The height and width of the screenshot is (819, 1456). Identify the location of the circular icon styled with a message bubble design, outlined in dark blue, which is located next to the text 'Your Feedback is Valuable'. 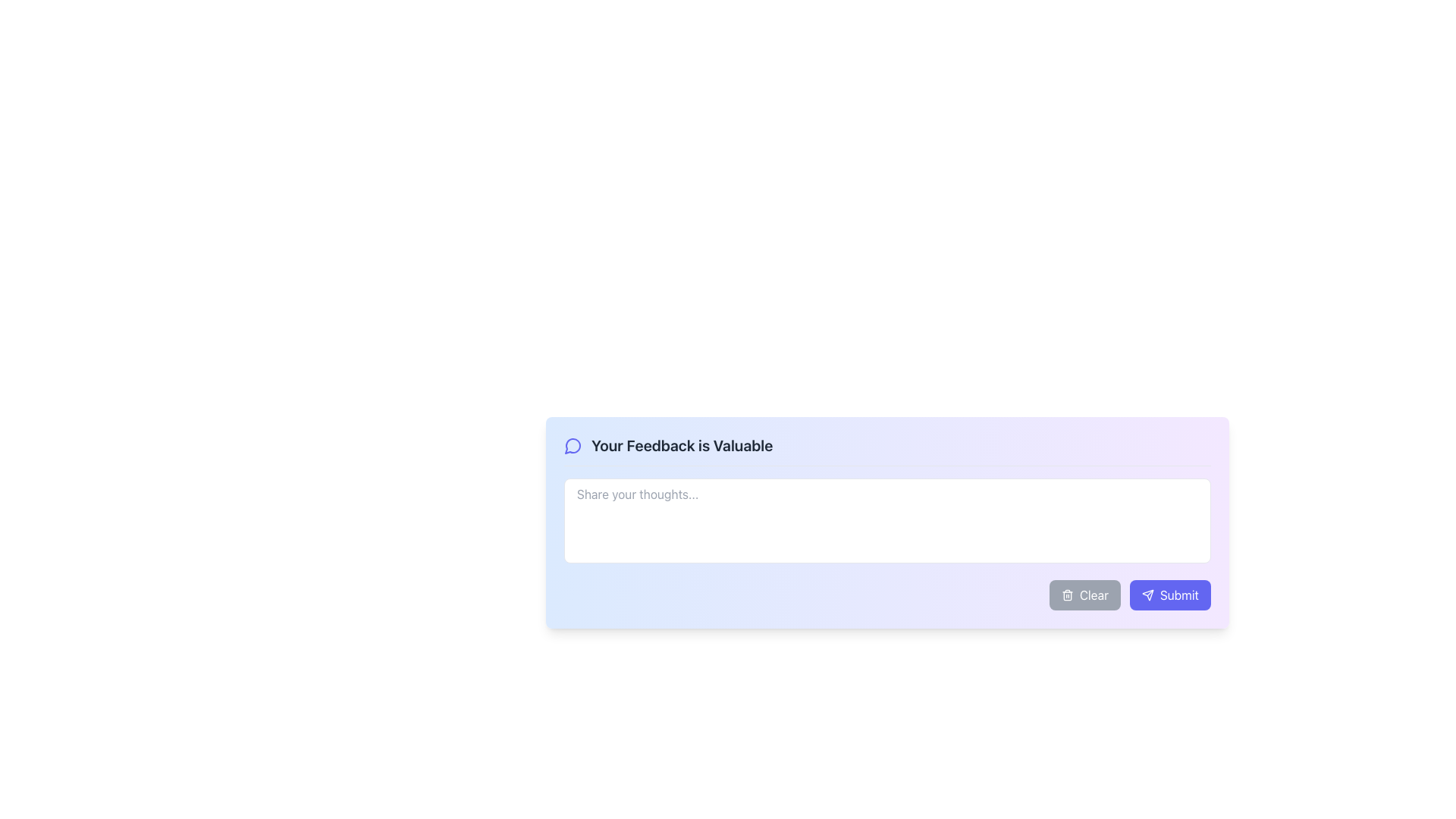
(572, 444).